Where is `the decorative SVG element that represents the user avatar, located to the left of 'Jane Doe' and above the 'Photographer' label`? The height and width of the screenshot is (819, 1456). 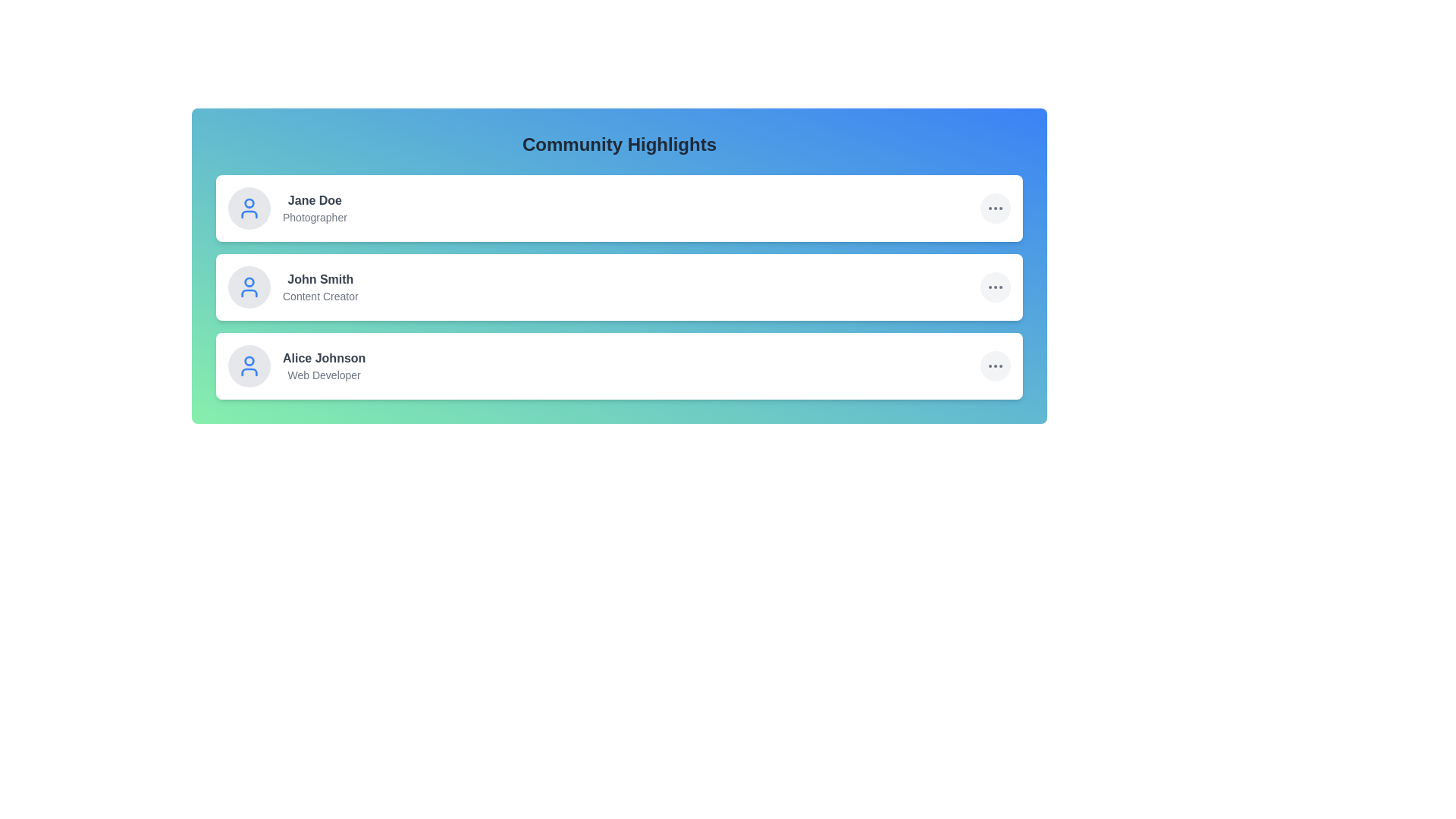
the decorative SVG element that represents the user avatar, located to the left of 'Jane Doe' and above the 'Photographer' label is located at coordinates (249, 214).